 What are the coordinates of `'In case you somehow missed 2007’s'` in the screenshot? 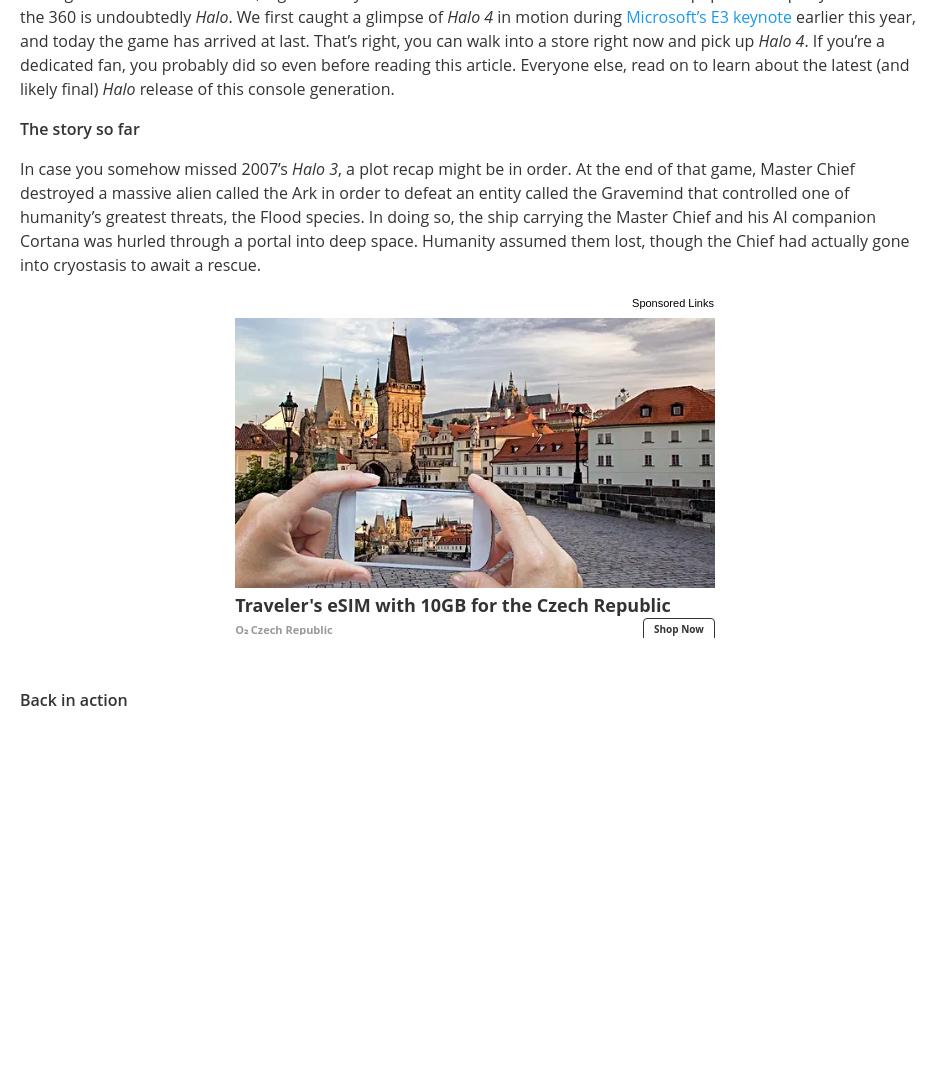 It's located at (155, 167).